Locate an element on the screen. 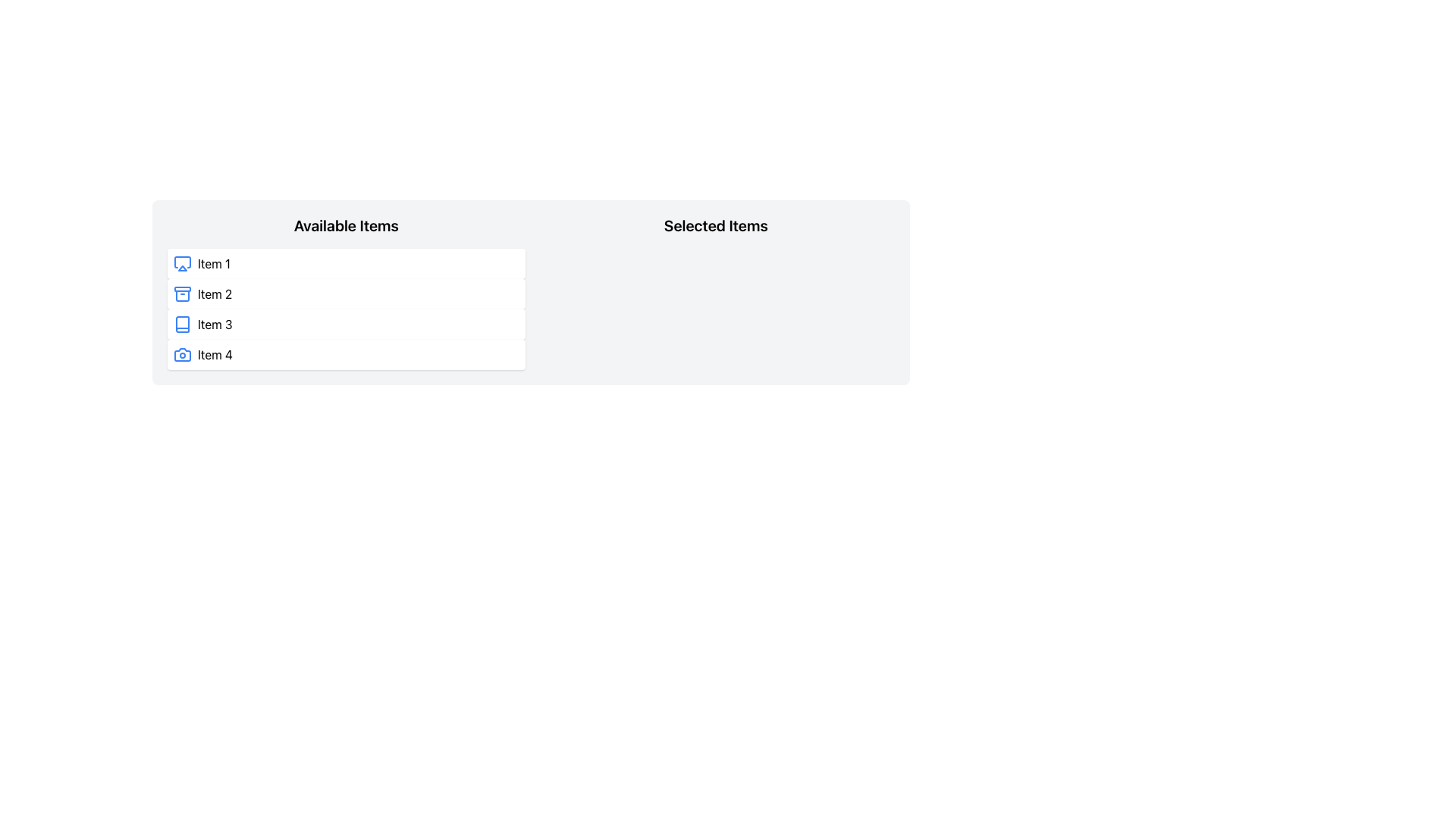 The image size is (1456, 819). the blue book icon located to the left of the text 'Item 3' in the third row of the 'Available Items' list is located at coordinates (182, 324).